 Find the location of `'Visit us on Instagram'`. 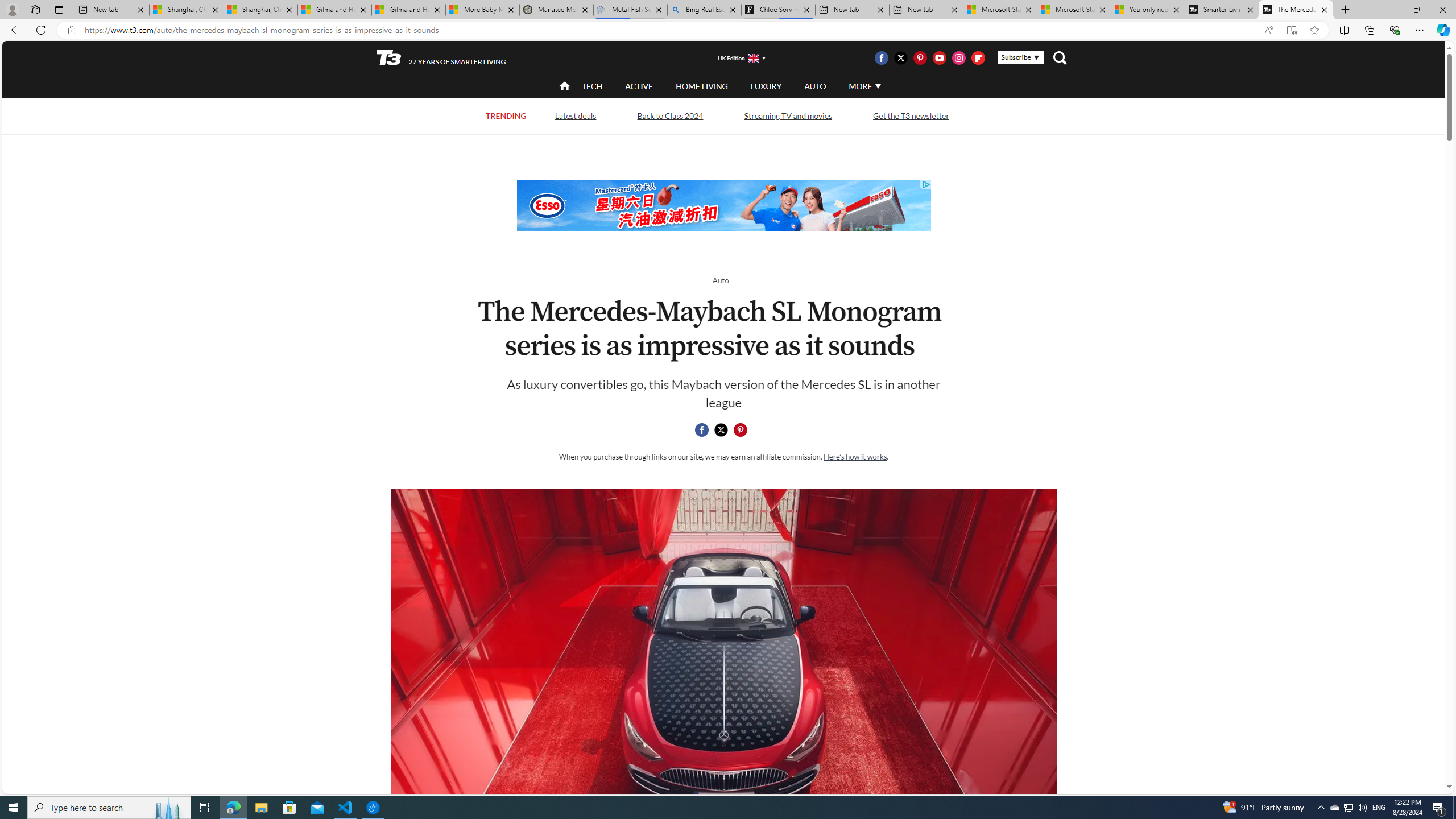

'Visit us on Instagram' is located at coordinates (958, 57).